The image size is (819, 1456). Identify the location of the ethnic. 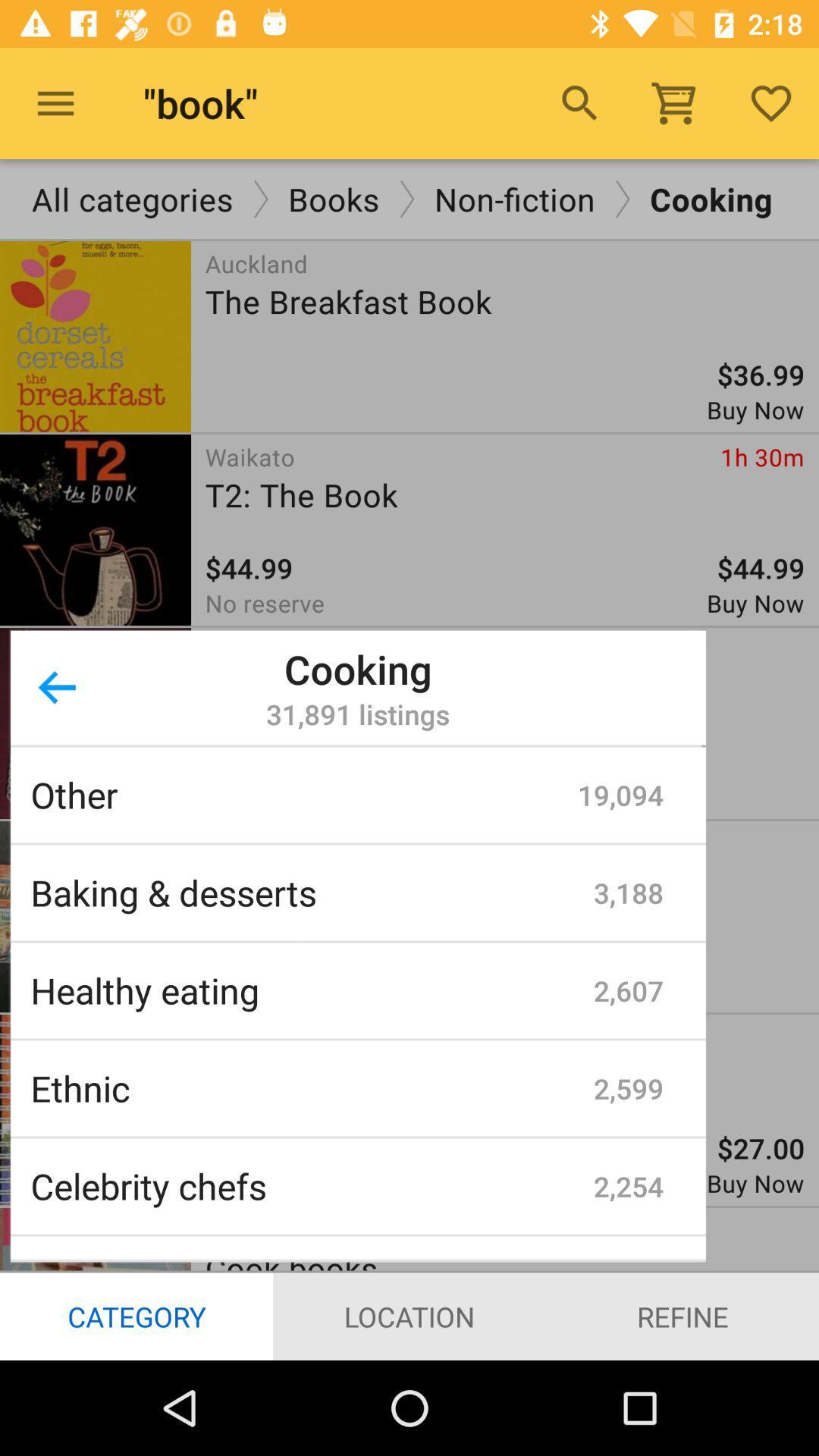
(311, 1087).